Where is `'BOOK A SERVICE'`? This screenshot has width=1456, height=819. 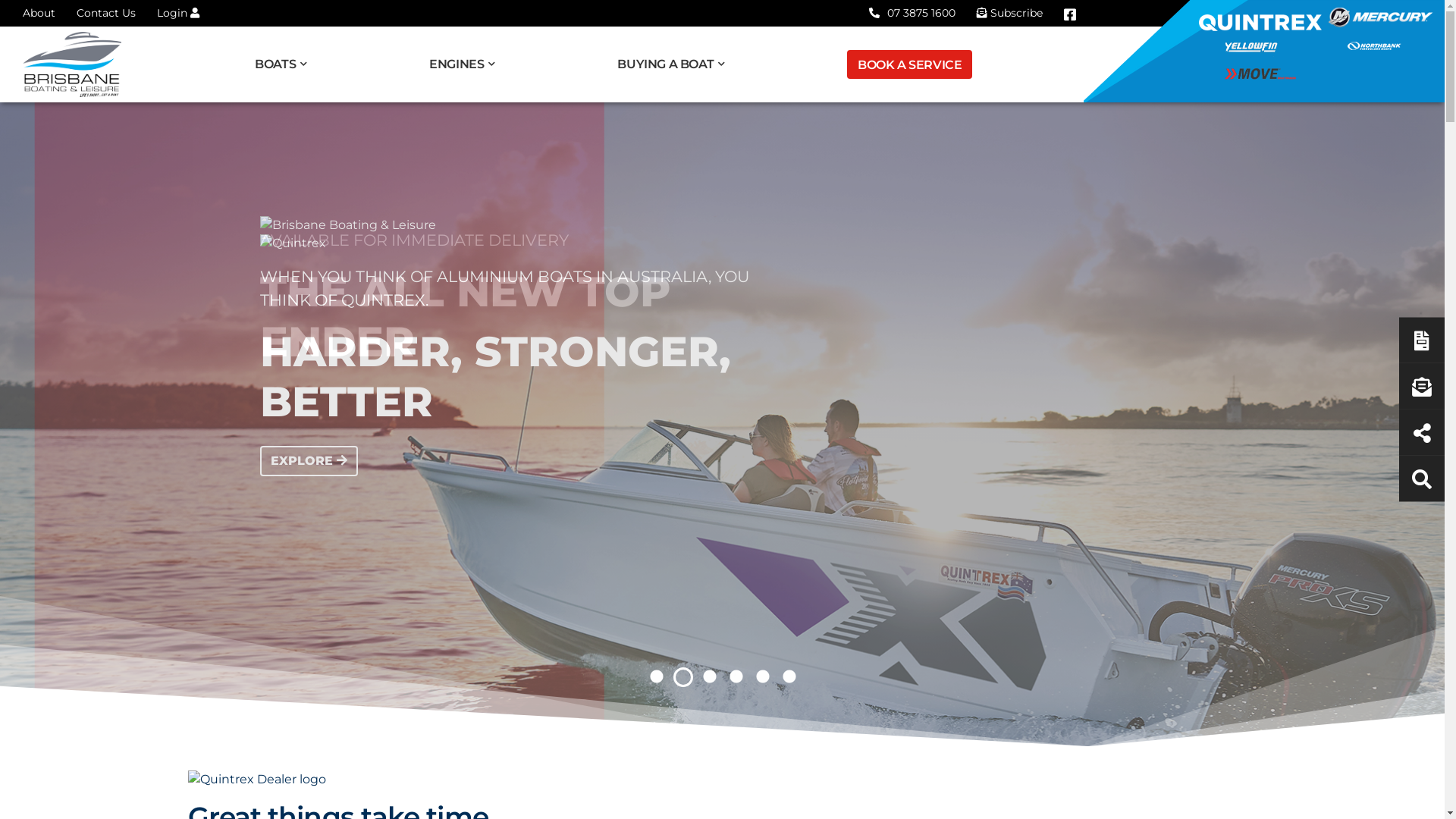
'BOOK A SERVICE' is located at coordinates (909, 63).